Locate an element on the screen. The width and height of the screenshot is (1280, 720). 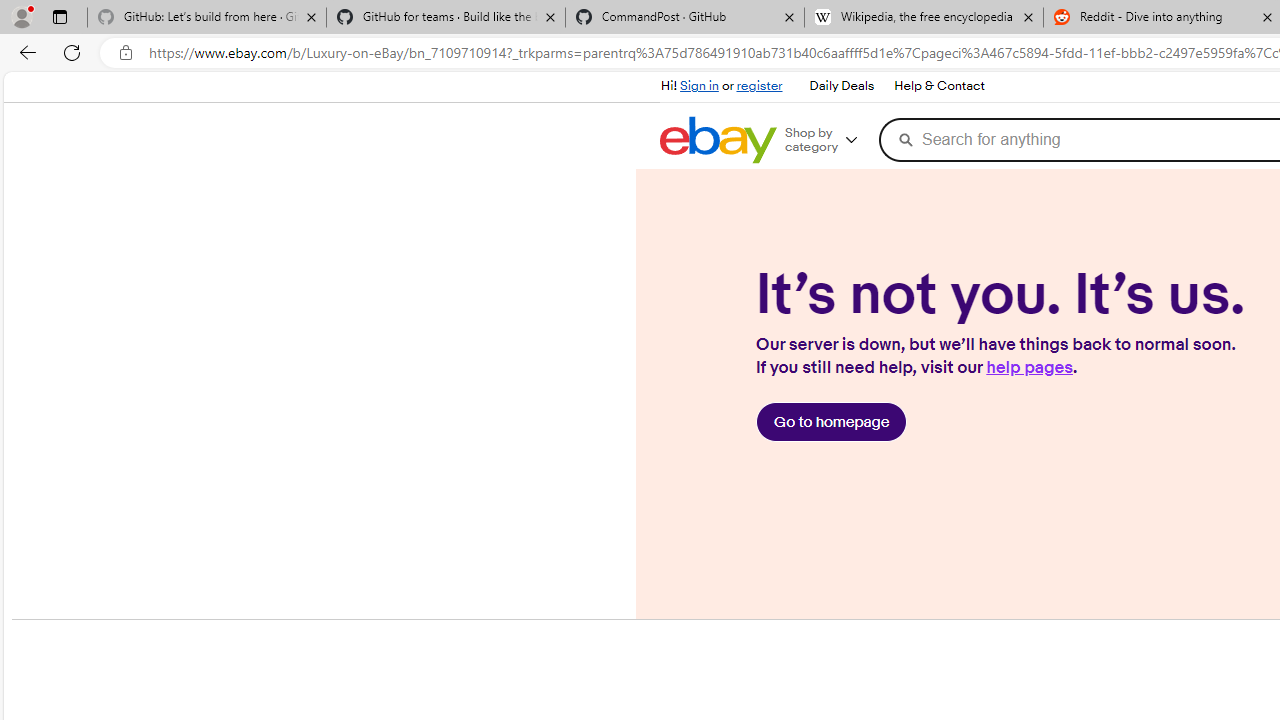
'register' is located at coordinates (758, 85).